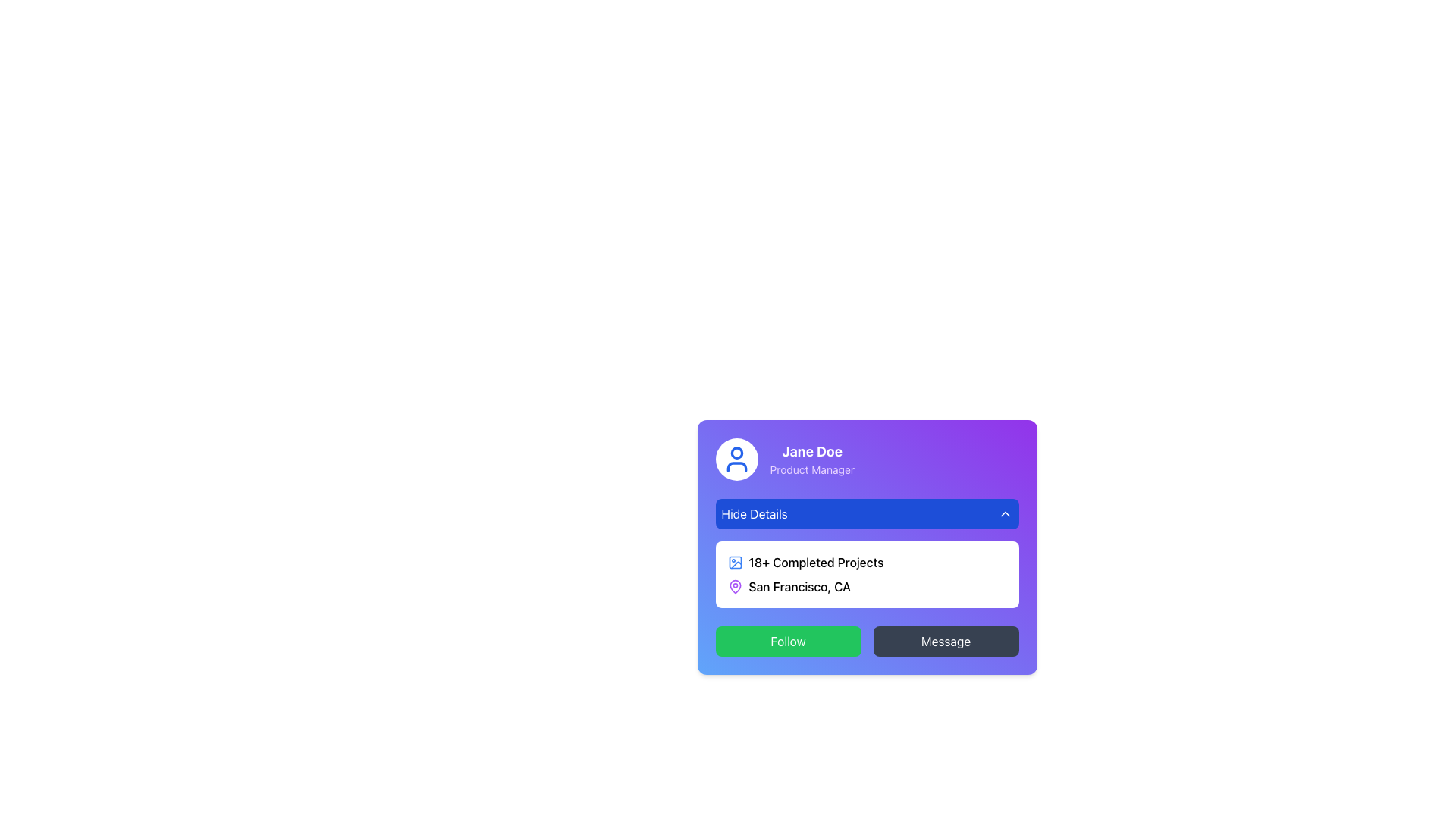 This screenshot has height=819, width=1456. What do you see at coordinates (1005, 513) in the screenshot?
I see `the chevron icon associated with the 'Hide Details' button` at bounding box center [1005, 513].